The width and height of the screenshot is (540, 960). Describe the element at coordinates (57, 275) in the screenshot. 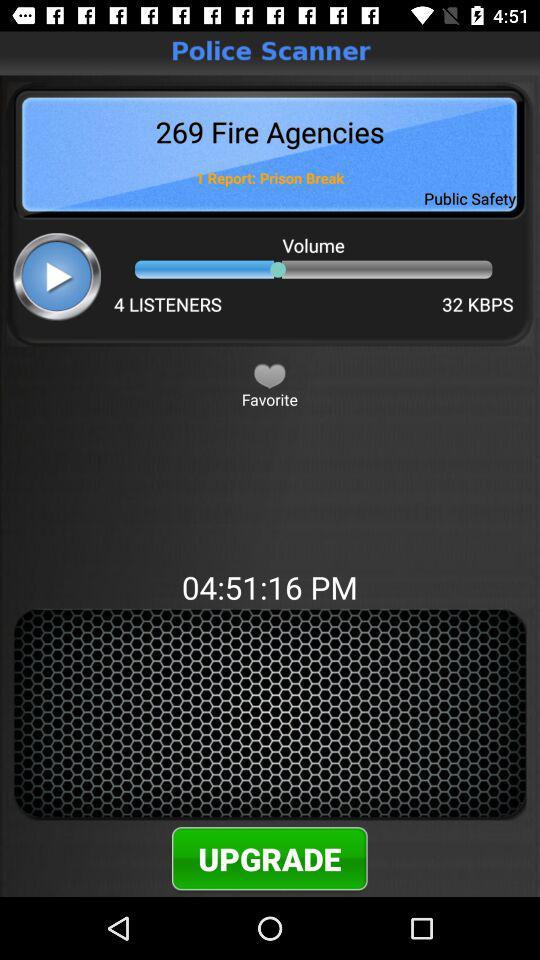

I see `play` at that location.